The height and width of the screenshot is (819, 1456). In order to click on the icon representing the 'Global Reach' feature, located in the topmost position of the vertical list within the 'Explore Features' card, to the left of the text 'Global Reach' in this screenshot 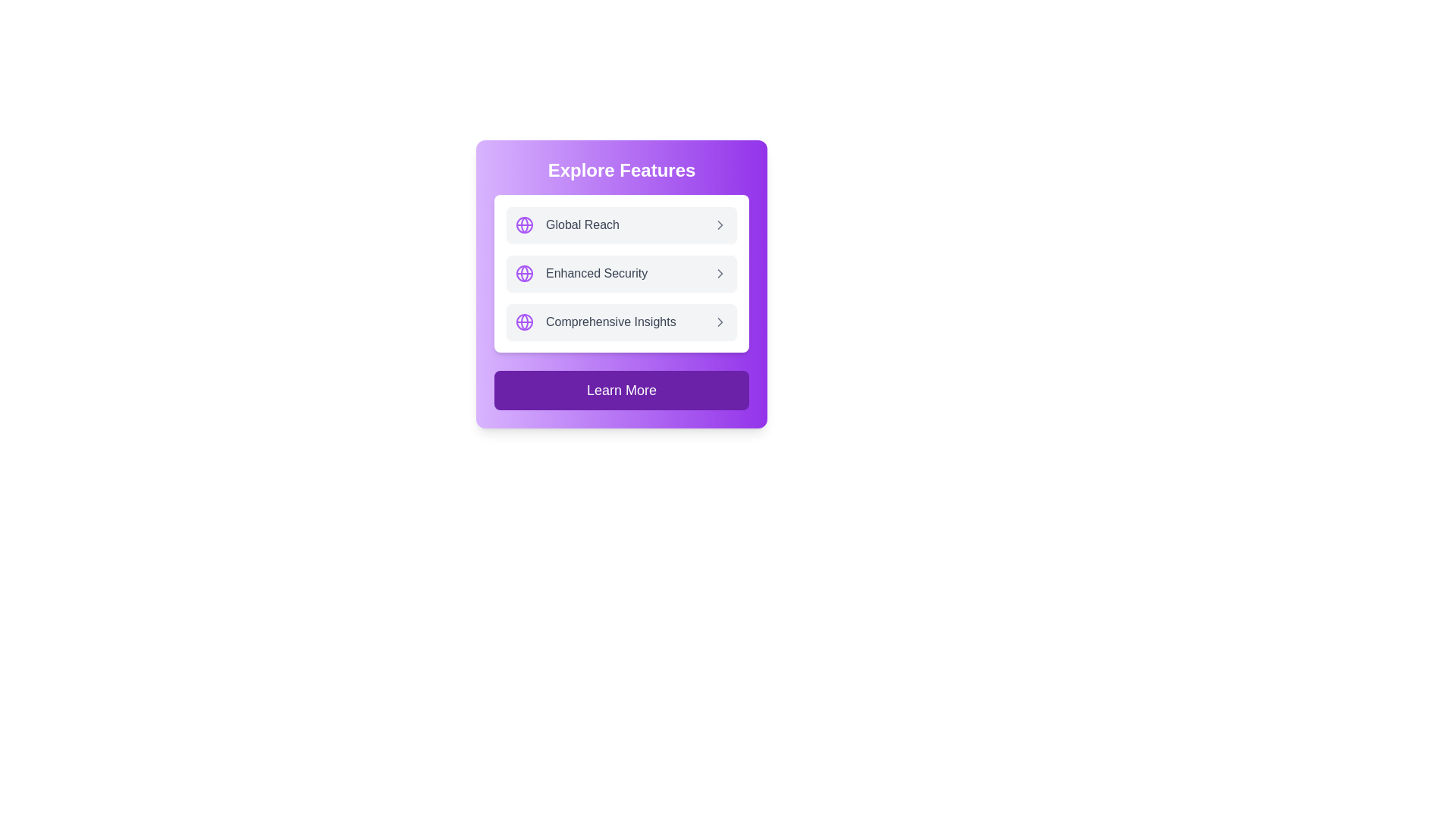, I will do `click(524, 321)`.